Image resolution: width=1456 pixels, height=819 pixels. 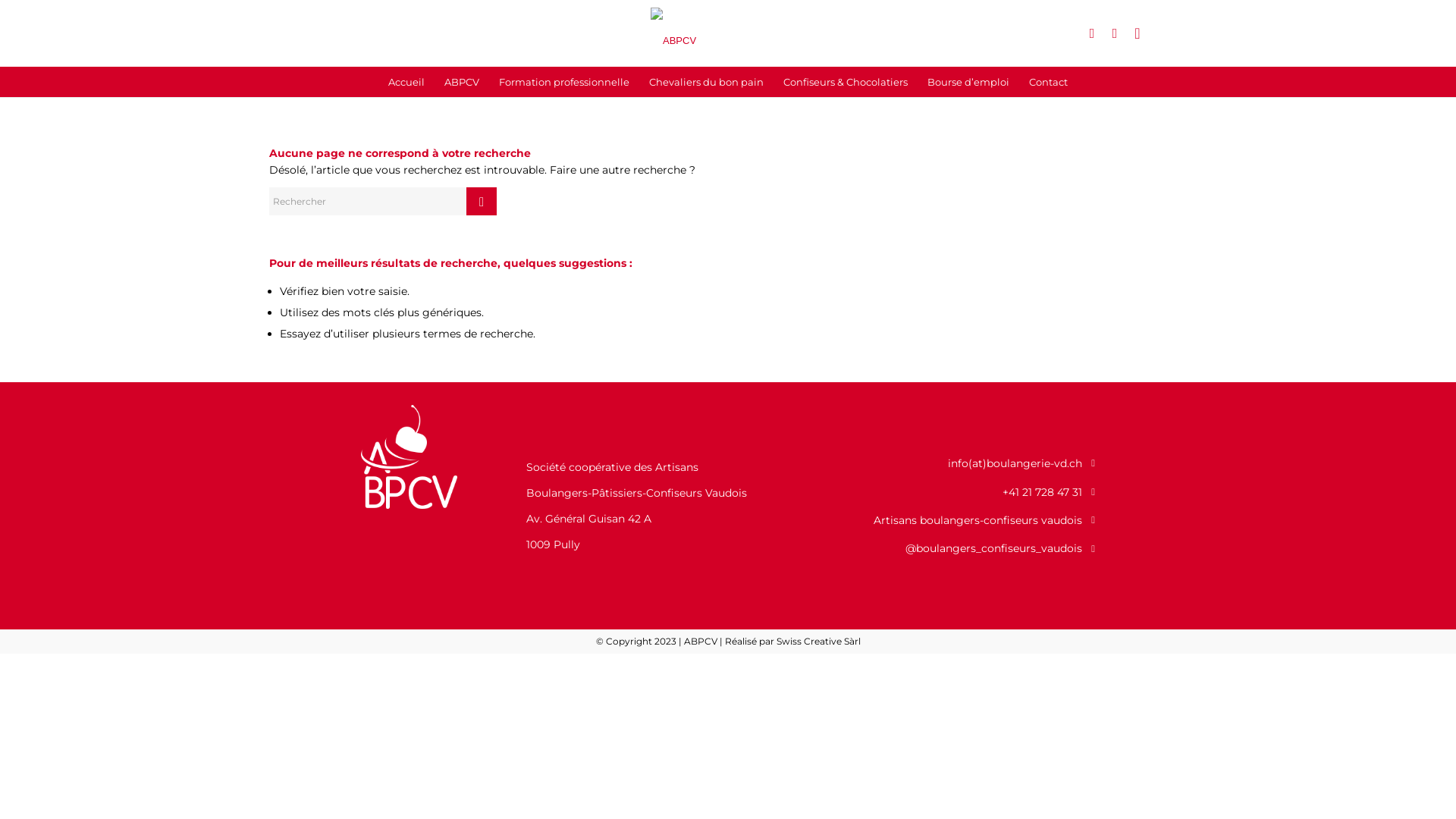 I want to click on 'info(at)boulangerie-vd.ch', so click(x=956, y=462).